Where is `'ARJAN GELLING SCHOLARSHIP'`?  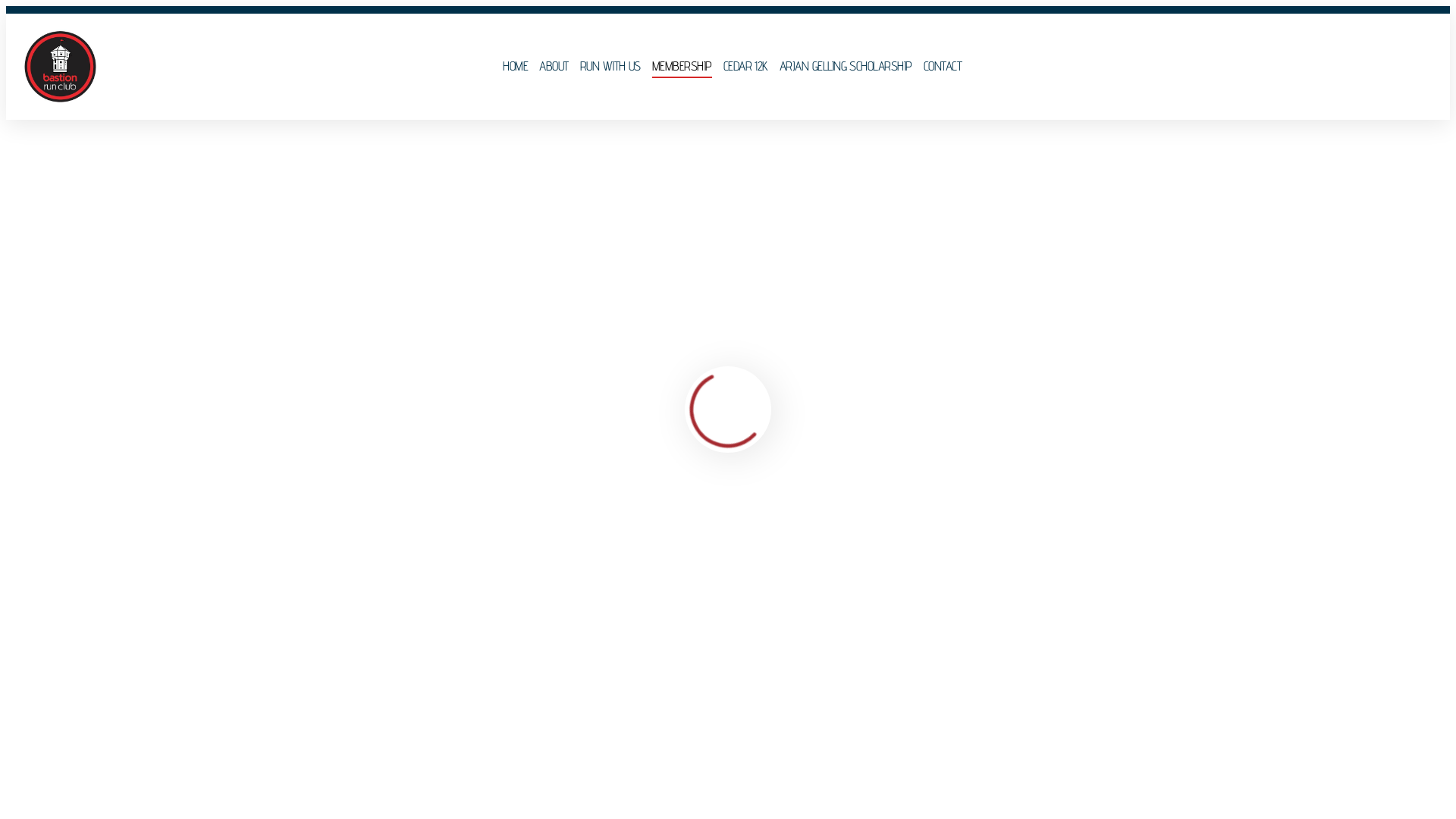 'ARJAN GELLING SCHOLARSHIP' is located at coordinates (845, 66).